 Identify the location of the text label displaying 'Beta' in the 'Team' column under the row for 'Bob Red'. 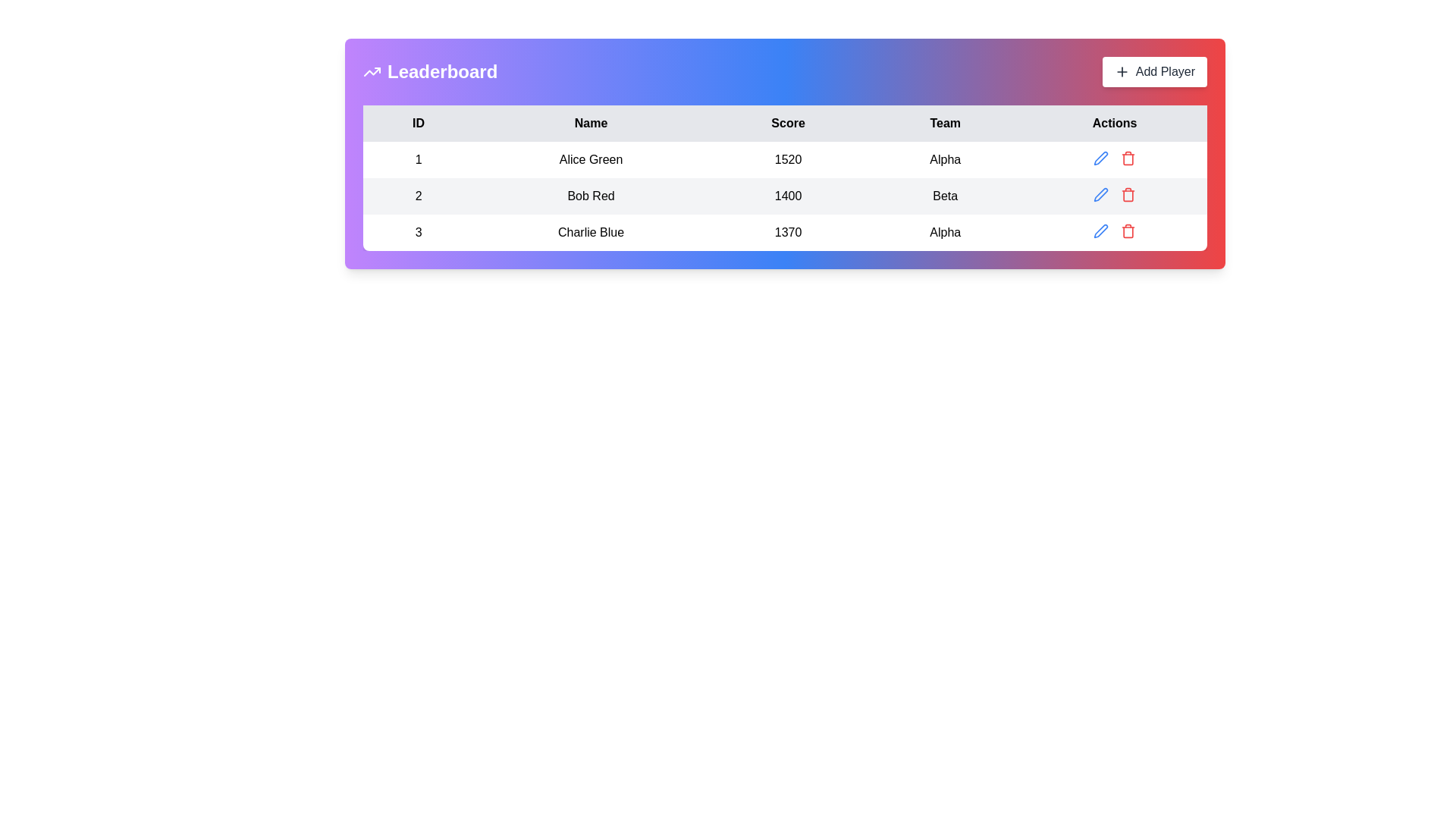
(944, 195).